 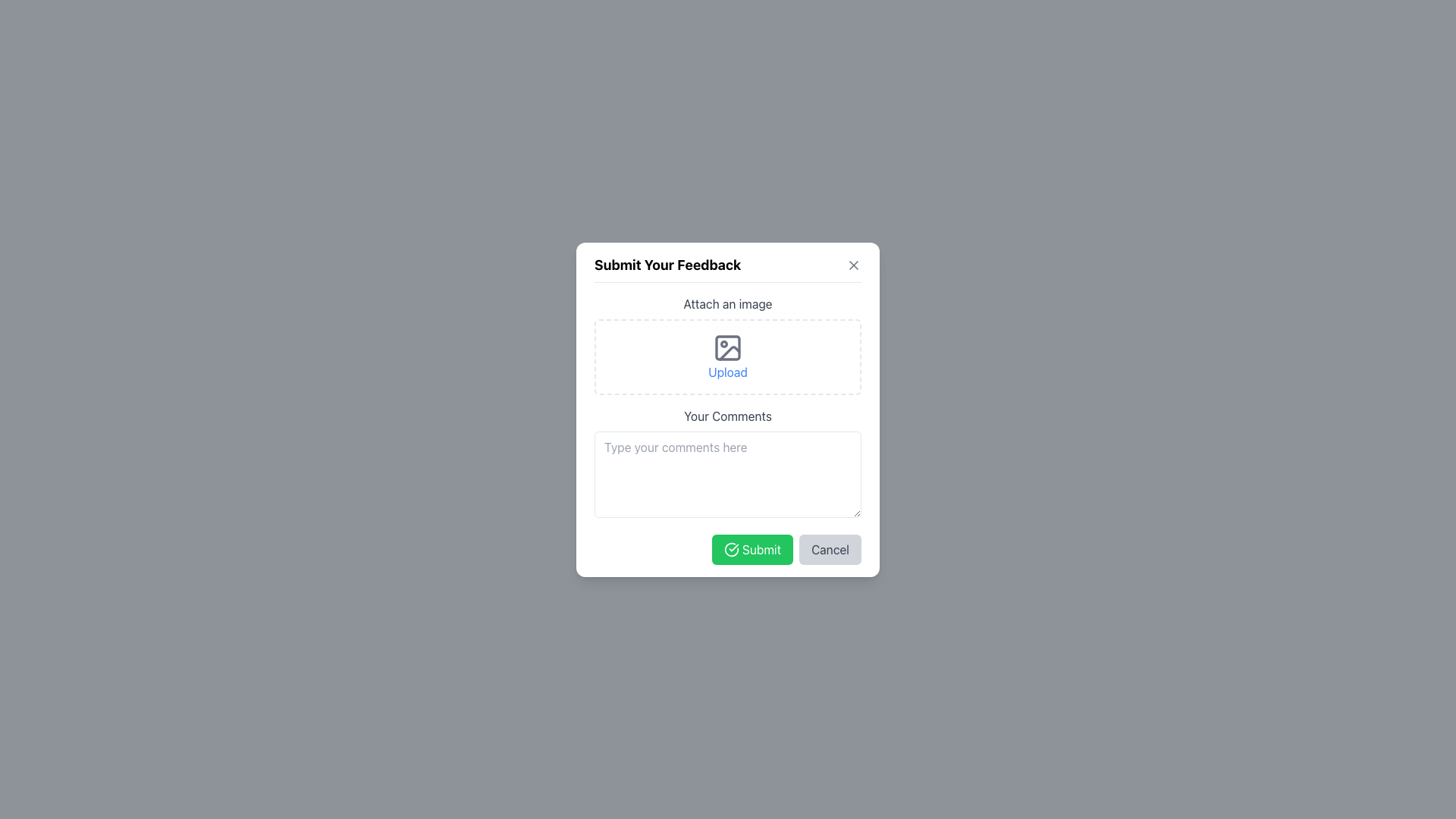 I want to click on the bold, black static text header that reads 'Submit Your Feedback', prominently displayed at the top of the form, so click(x=667, y=264).